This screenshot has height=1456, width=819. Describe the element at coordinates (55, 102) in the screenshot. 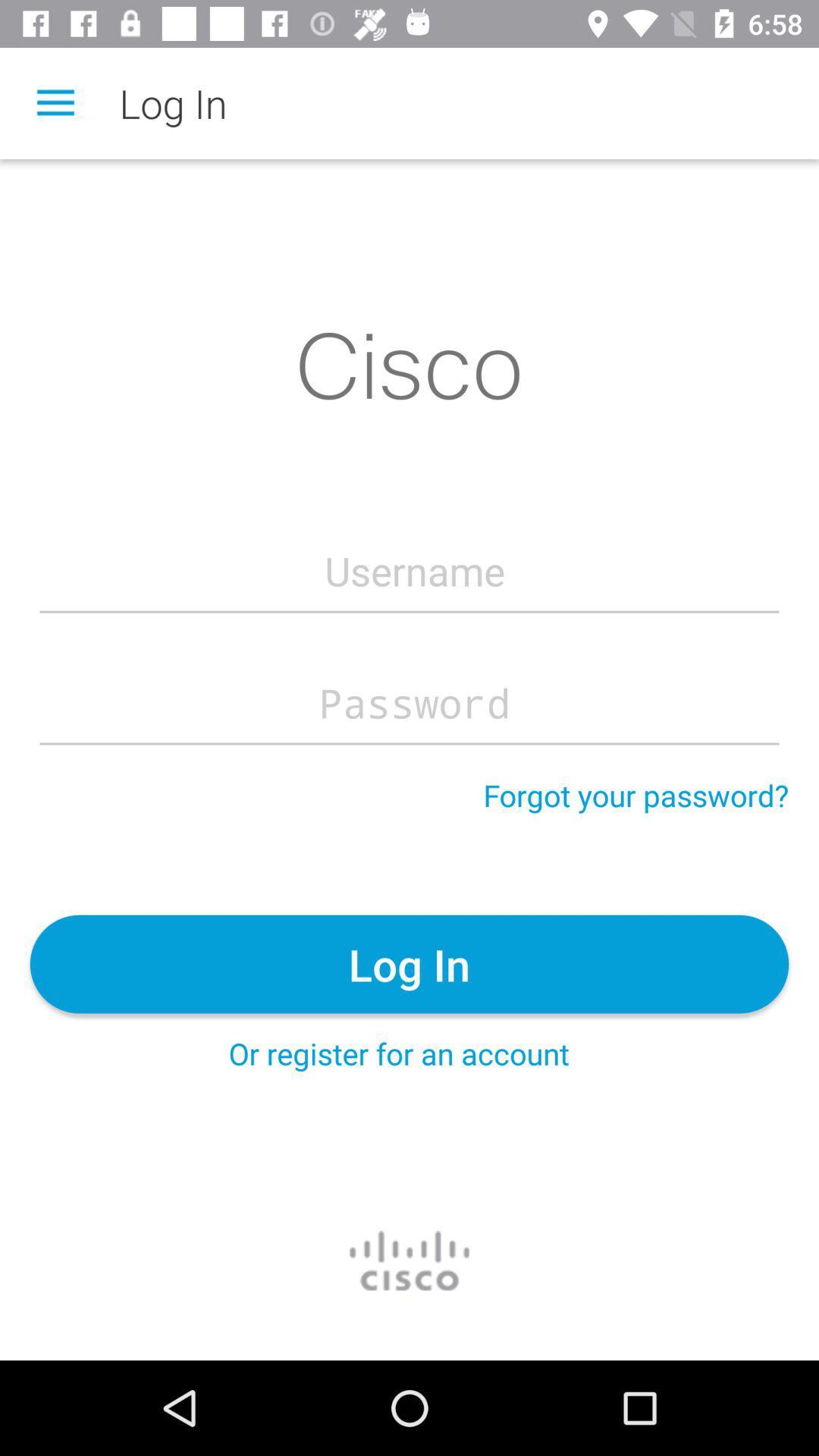

I see `the icon next to the log in app` at that location.